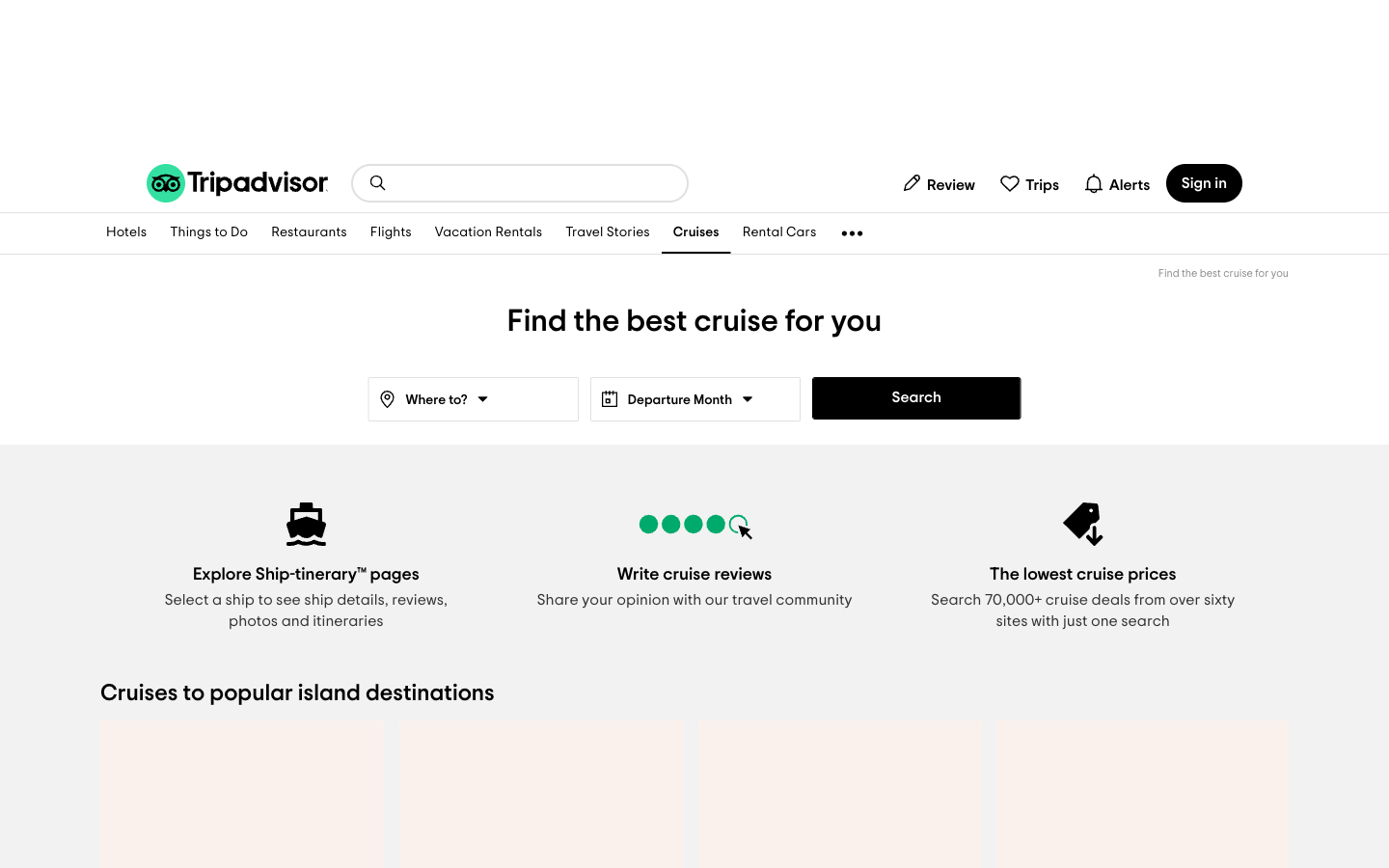 The width and height of the screenshot is (1389, 868). What do you see at coordinates (235, 182) in the screenshot?
I see `Go to TripAdvisor"s home page` at bounding box center [235, 182].